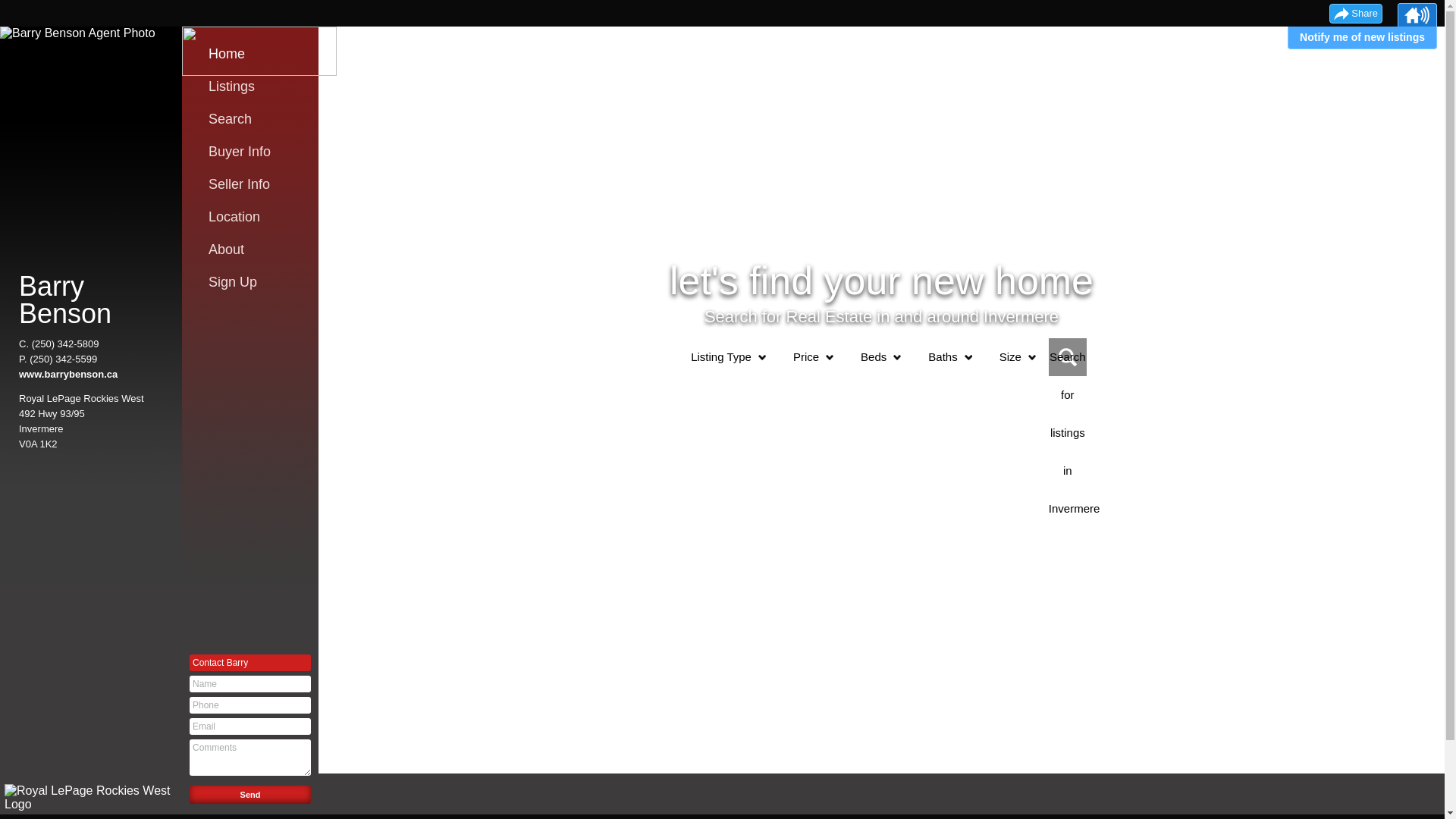 The width and height of the screenshot is (1456, 819). I want to click on 'Home', so click(254, 52).